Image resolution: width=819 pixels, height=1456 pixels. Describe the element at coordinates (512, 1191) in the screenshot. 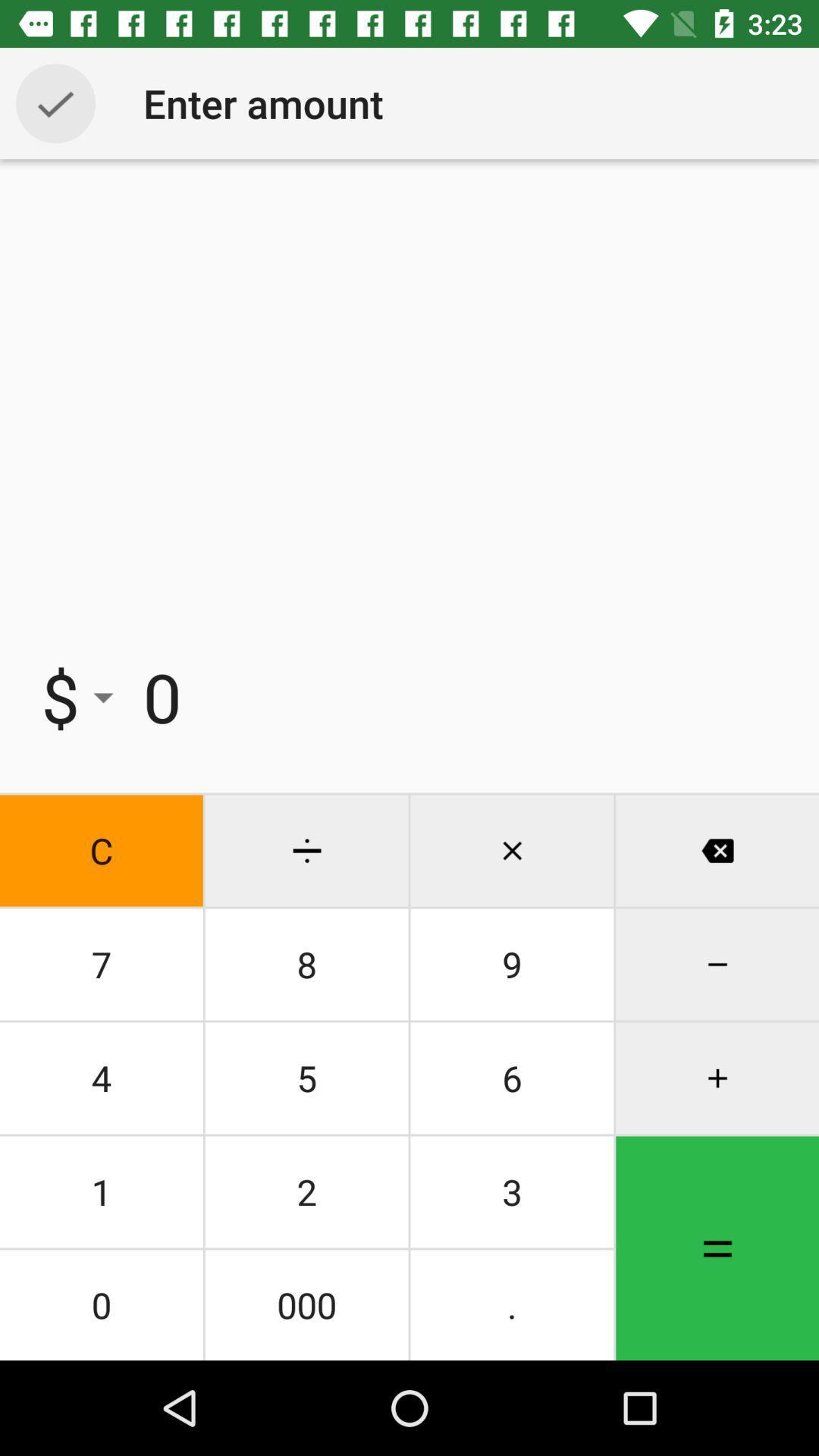

I see `item to the right of the 5` at that location.